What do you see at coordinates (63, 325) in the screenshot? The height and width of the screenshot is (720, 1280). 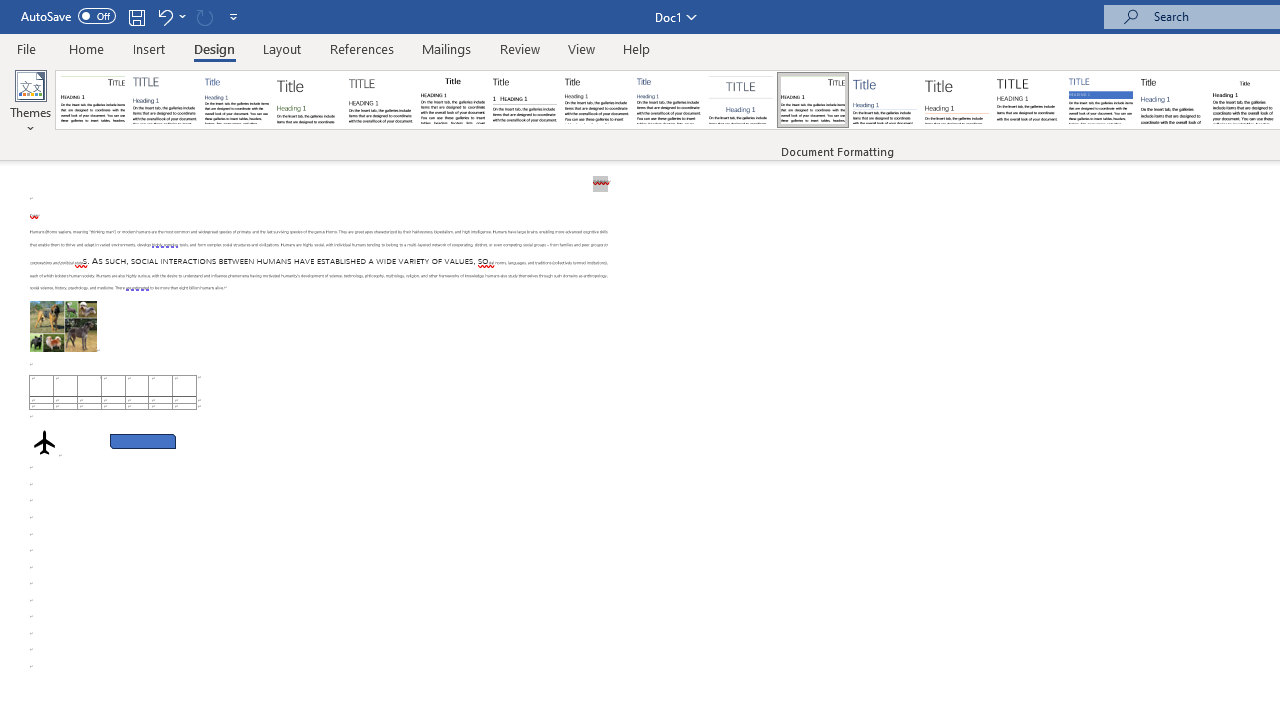 I see `'Morphological variation in six dogs'` at bounding box center [63, 325].